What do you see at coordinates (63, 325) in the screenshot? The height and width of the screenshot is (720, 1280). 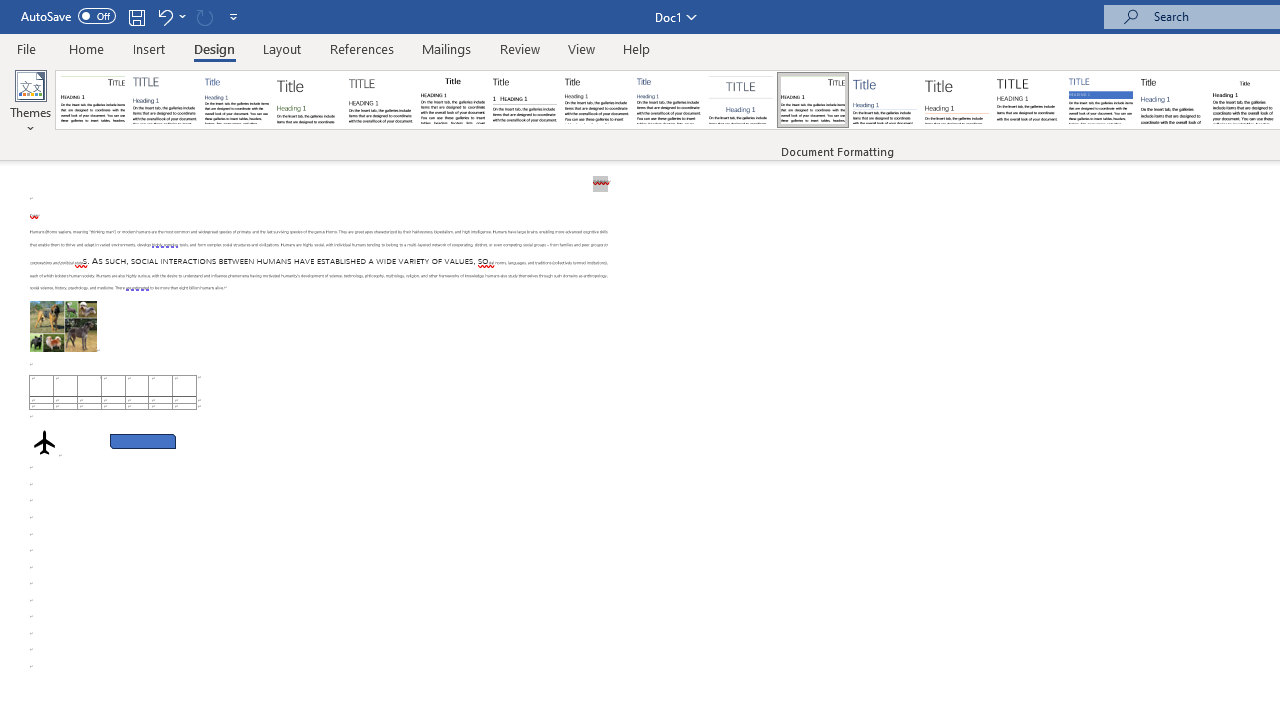 I see `'Morphological variation in six dogs'` at bounding box center [63, 325].